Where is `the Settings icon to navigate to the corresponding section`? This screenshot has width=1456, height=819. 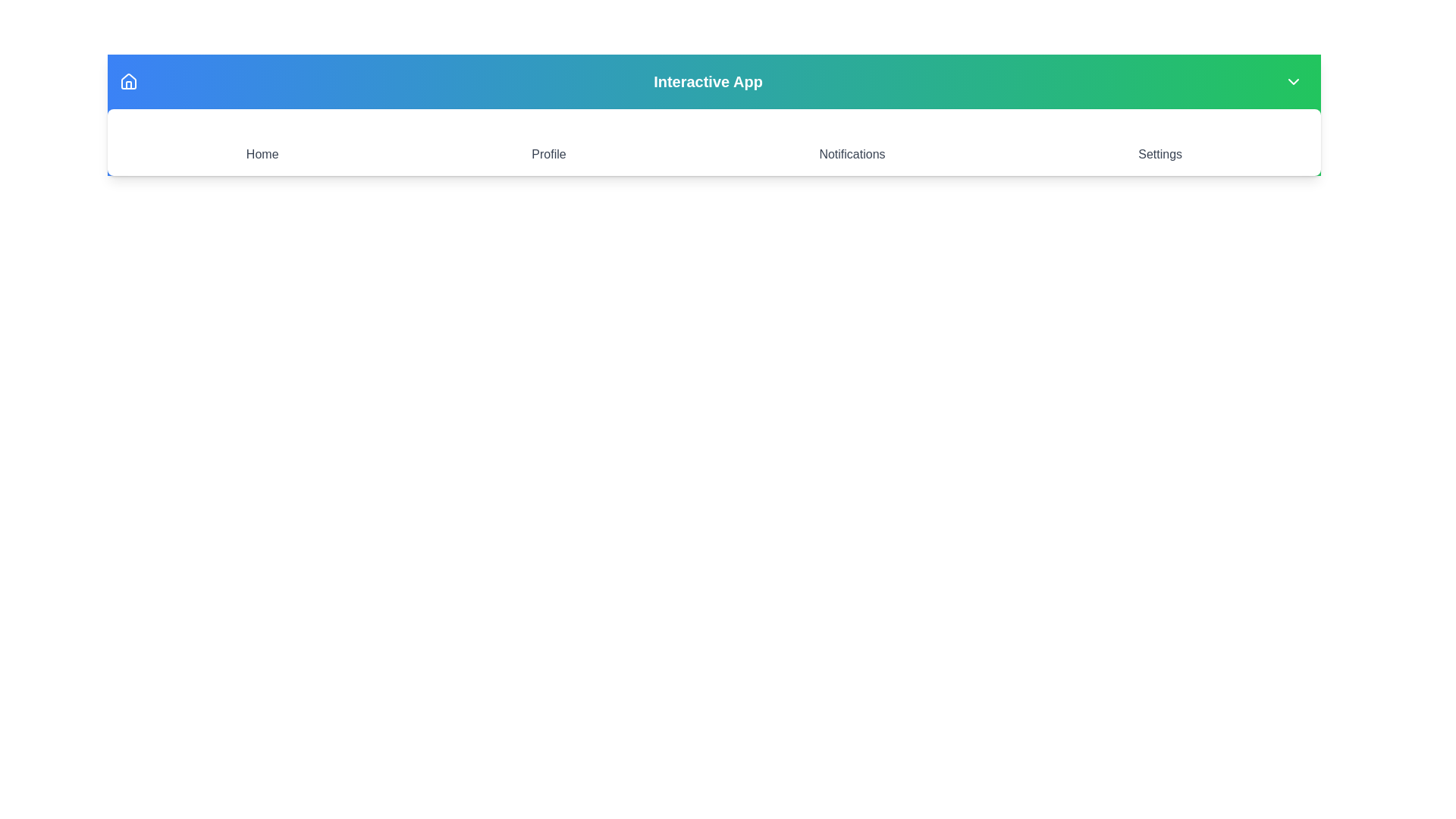
the Settings icon to navigate to the corresponding section is located at coordinates (1159, 143).